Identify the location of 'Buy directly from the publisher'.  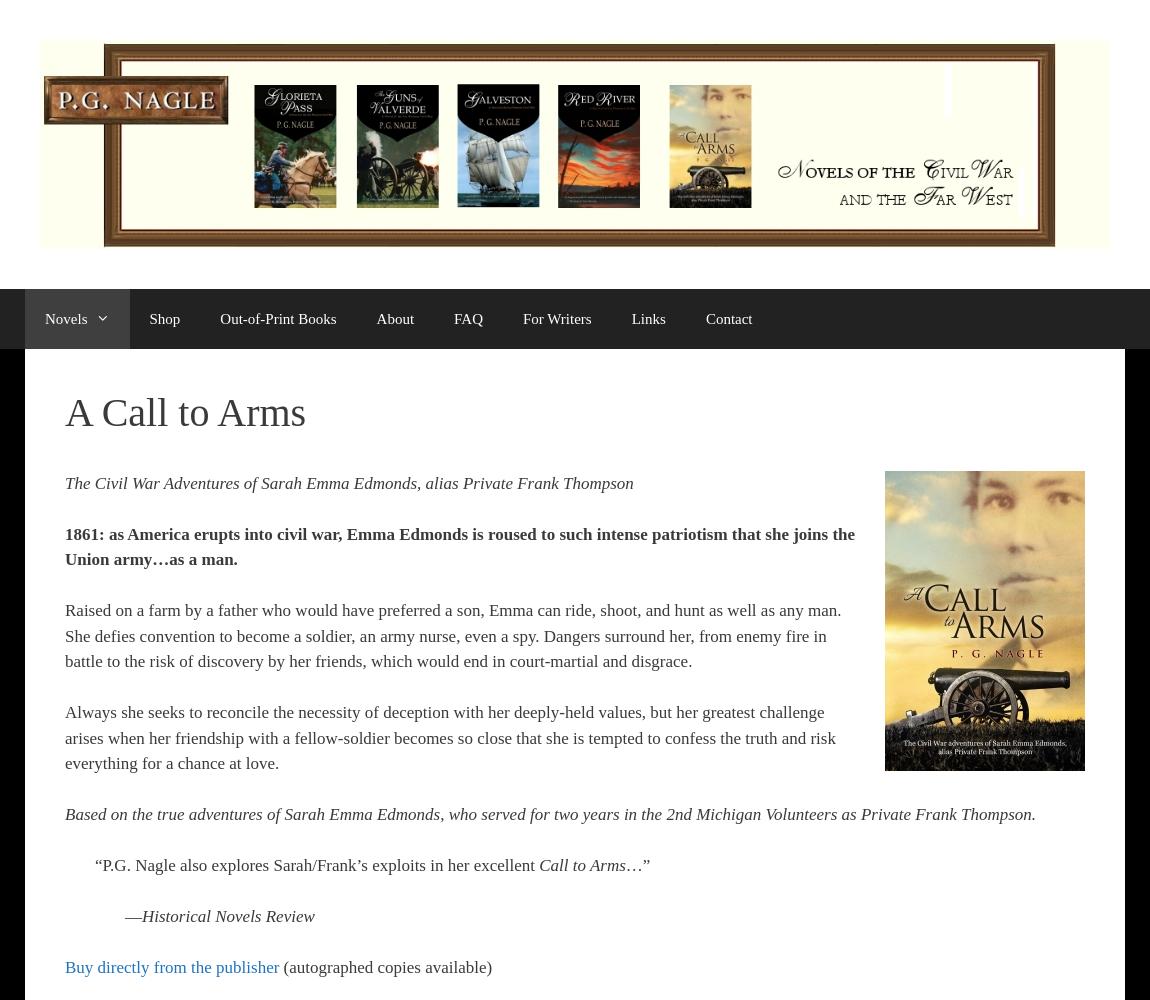
(63, 966).